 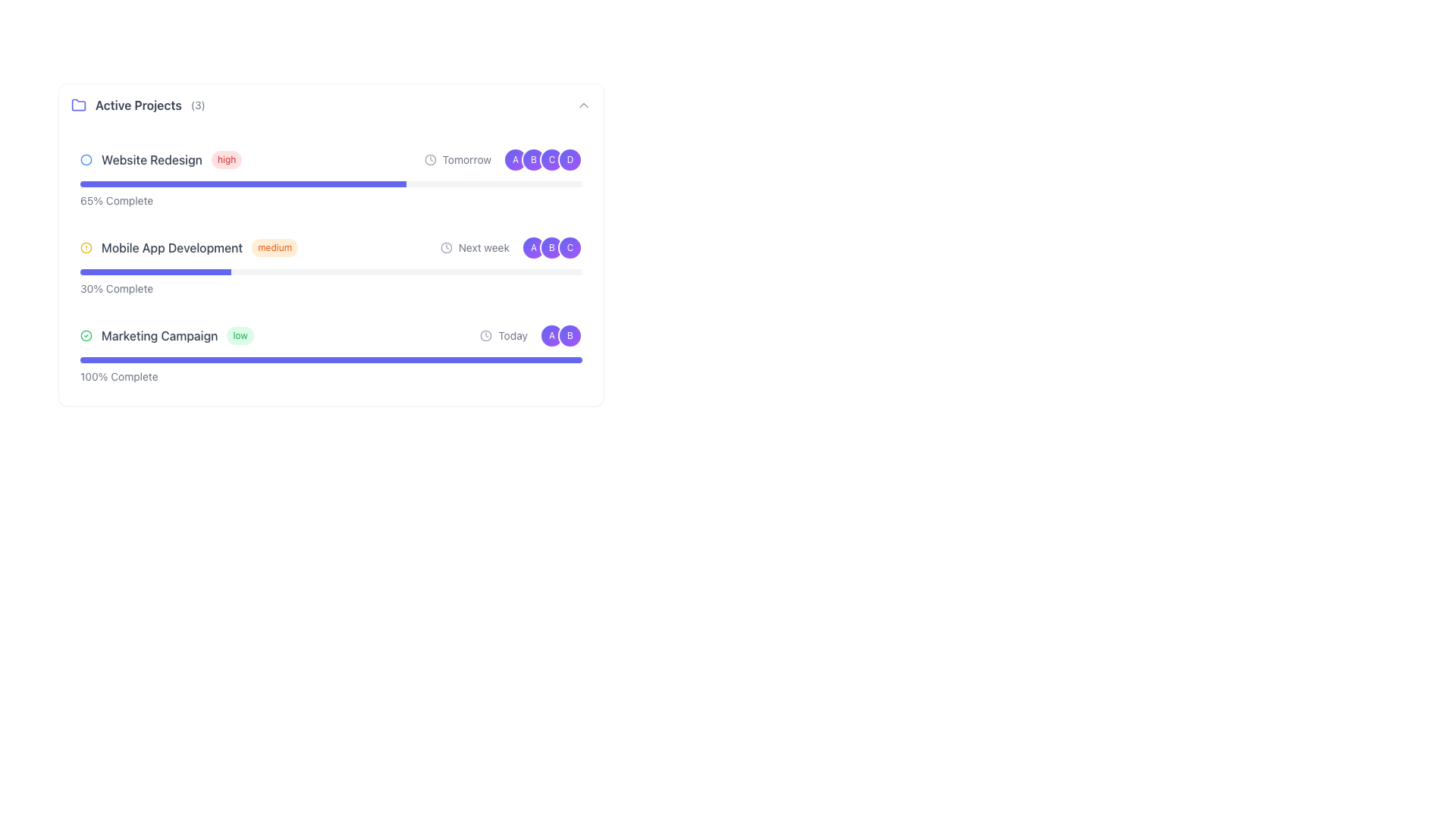 What do you see at coordinates (429, 160) in the screenshot?
I see `the clock icon located to the left of the word 'Tomorrow' in the 'Active Projects' section for the 'Website Redesign' project` at bounding box center [429, 160].